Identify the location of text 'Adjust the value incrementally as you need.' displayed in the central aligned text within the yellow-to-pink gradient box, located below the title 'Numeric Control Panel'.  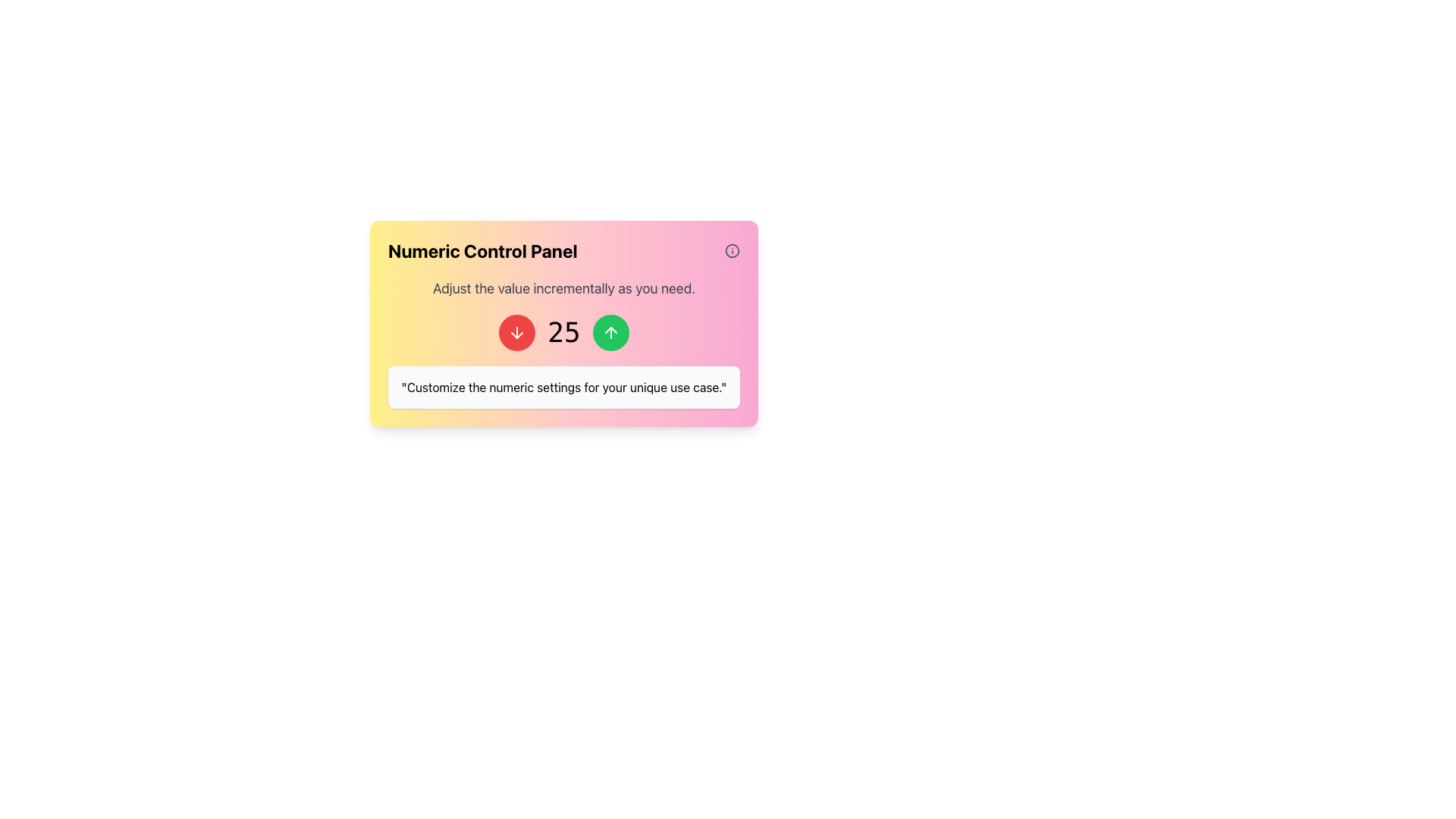
(563, 289).